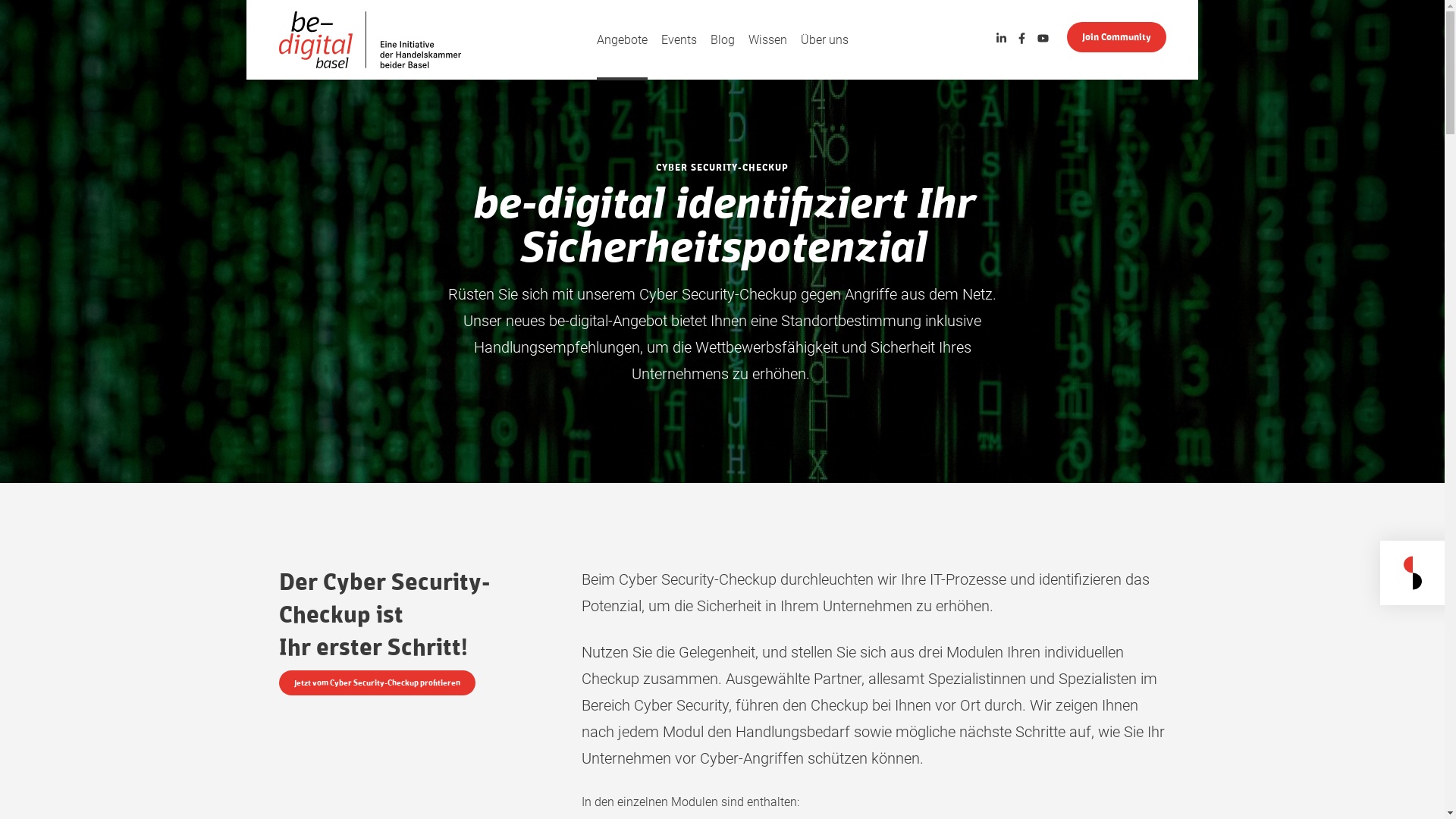  I want to click on 'Events', so click(678, 39).